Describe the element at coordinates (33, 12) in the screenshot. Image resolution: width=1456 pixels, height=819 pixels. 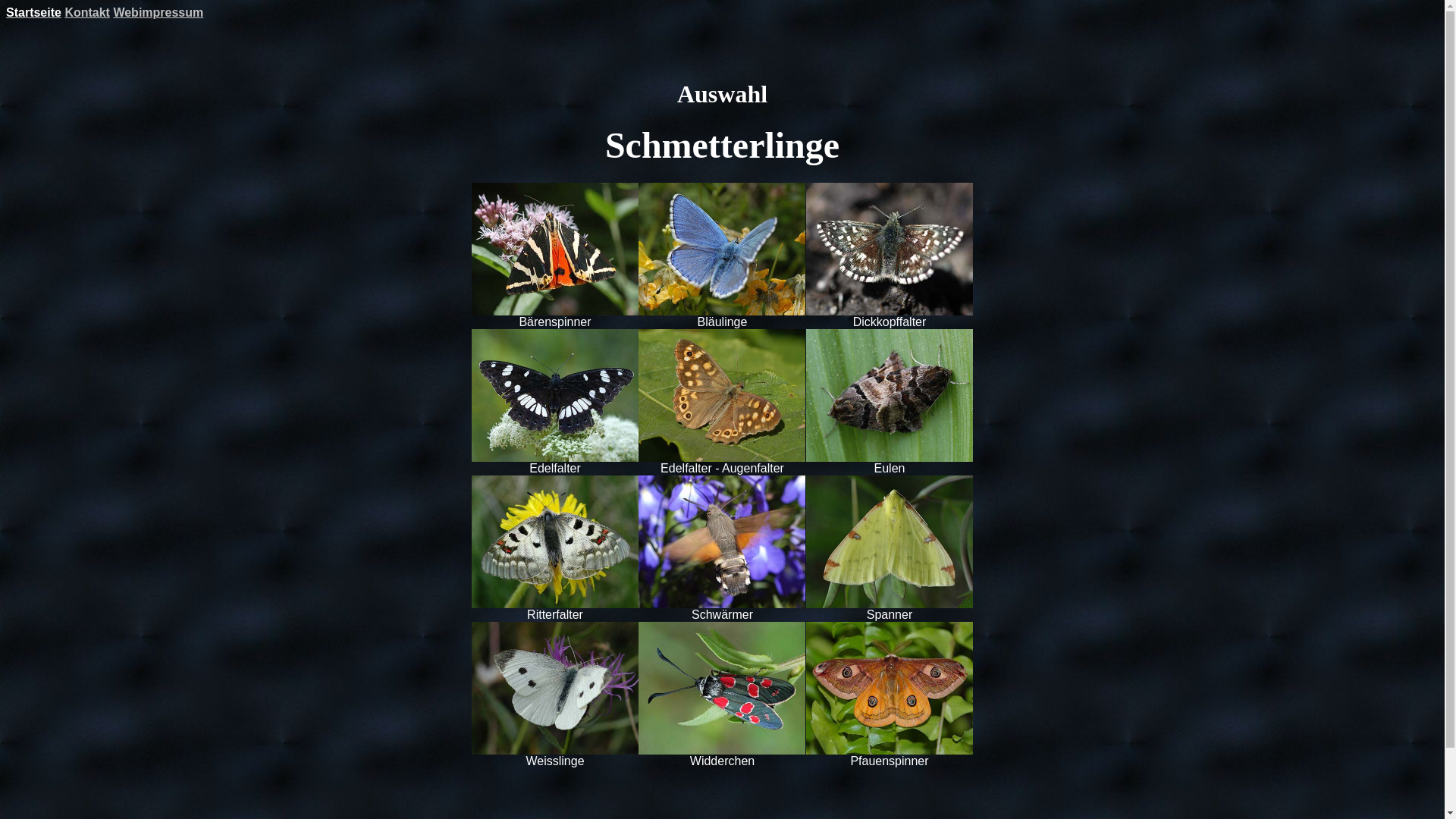
I see `'Startseite'` at that location.